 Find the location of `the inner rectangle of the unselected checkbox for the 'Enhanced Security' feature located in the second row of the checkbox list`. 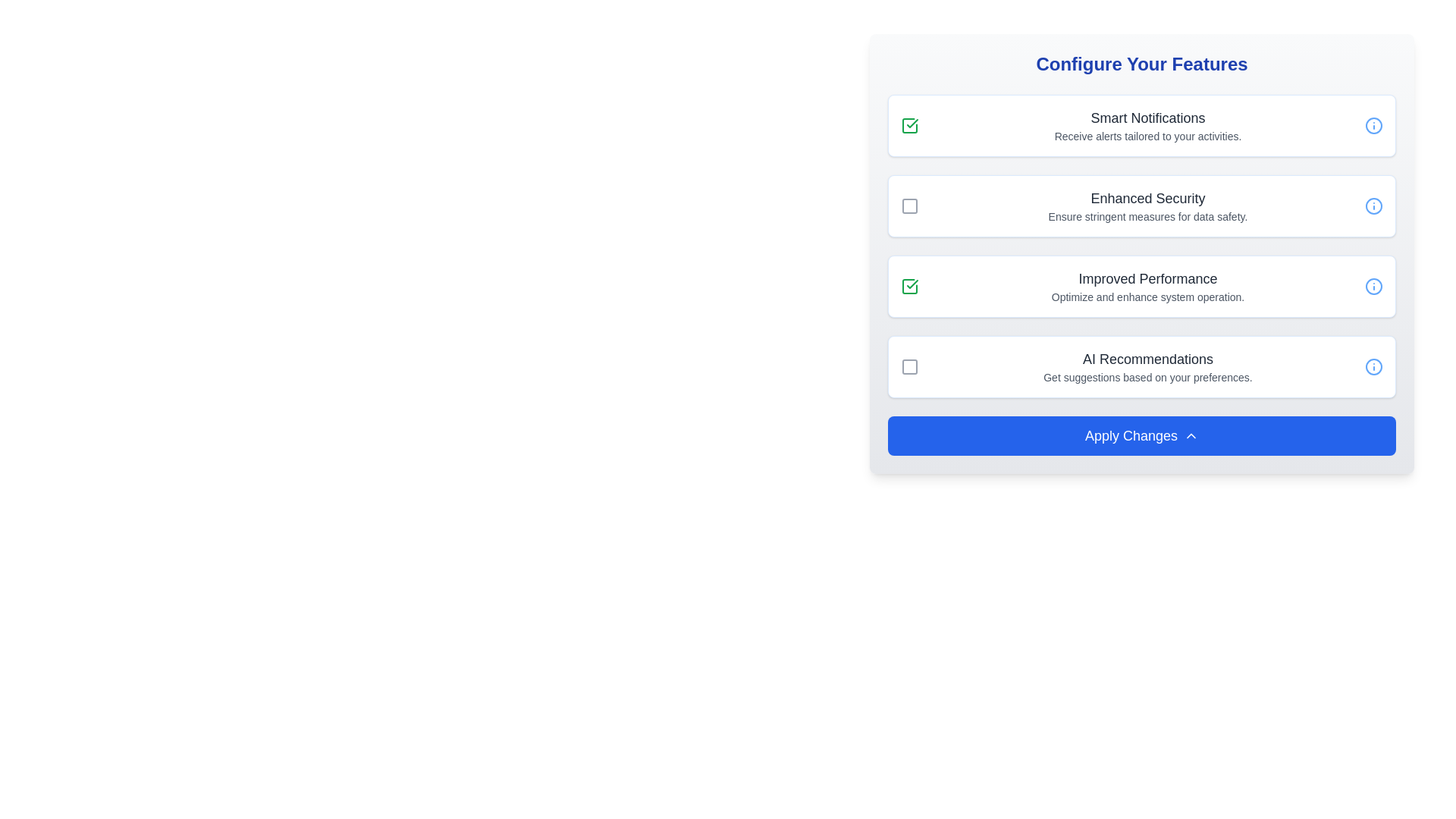

the inner rectangle of the unselected checkbox for the 'Enhanced Security' feature located in the second row of the checkbox list is located at coordinates (910, 206).